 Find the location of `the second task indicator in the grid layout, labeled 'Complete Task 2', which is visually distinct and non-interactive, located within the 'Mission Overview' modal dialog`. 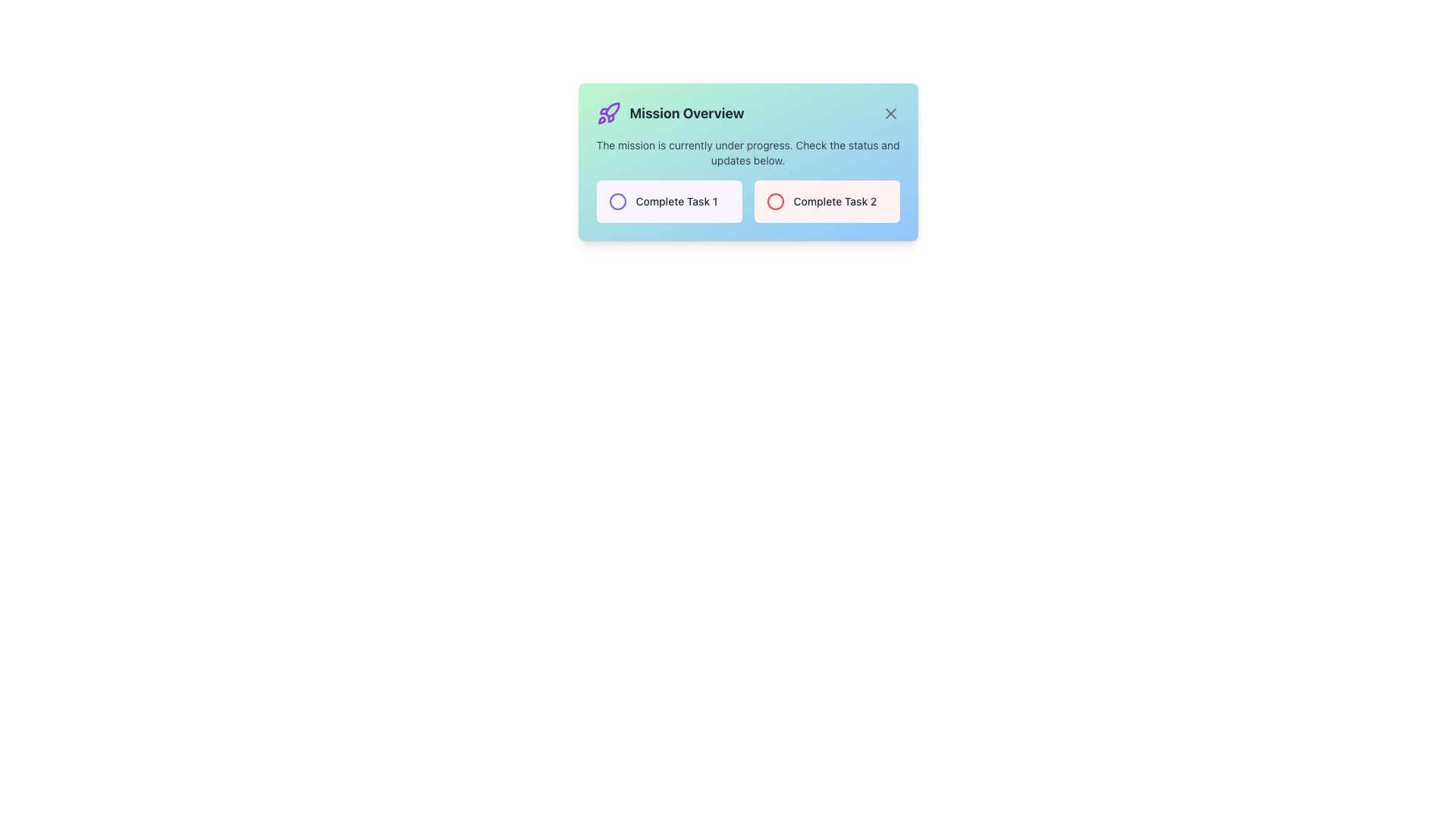

the second task indicator in the grid layout, labeled 'Complete Task 2', which is visually distinct and non-interactive, located within the 'Mission Overview' modal dialog is located at coordinates (826, 201).